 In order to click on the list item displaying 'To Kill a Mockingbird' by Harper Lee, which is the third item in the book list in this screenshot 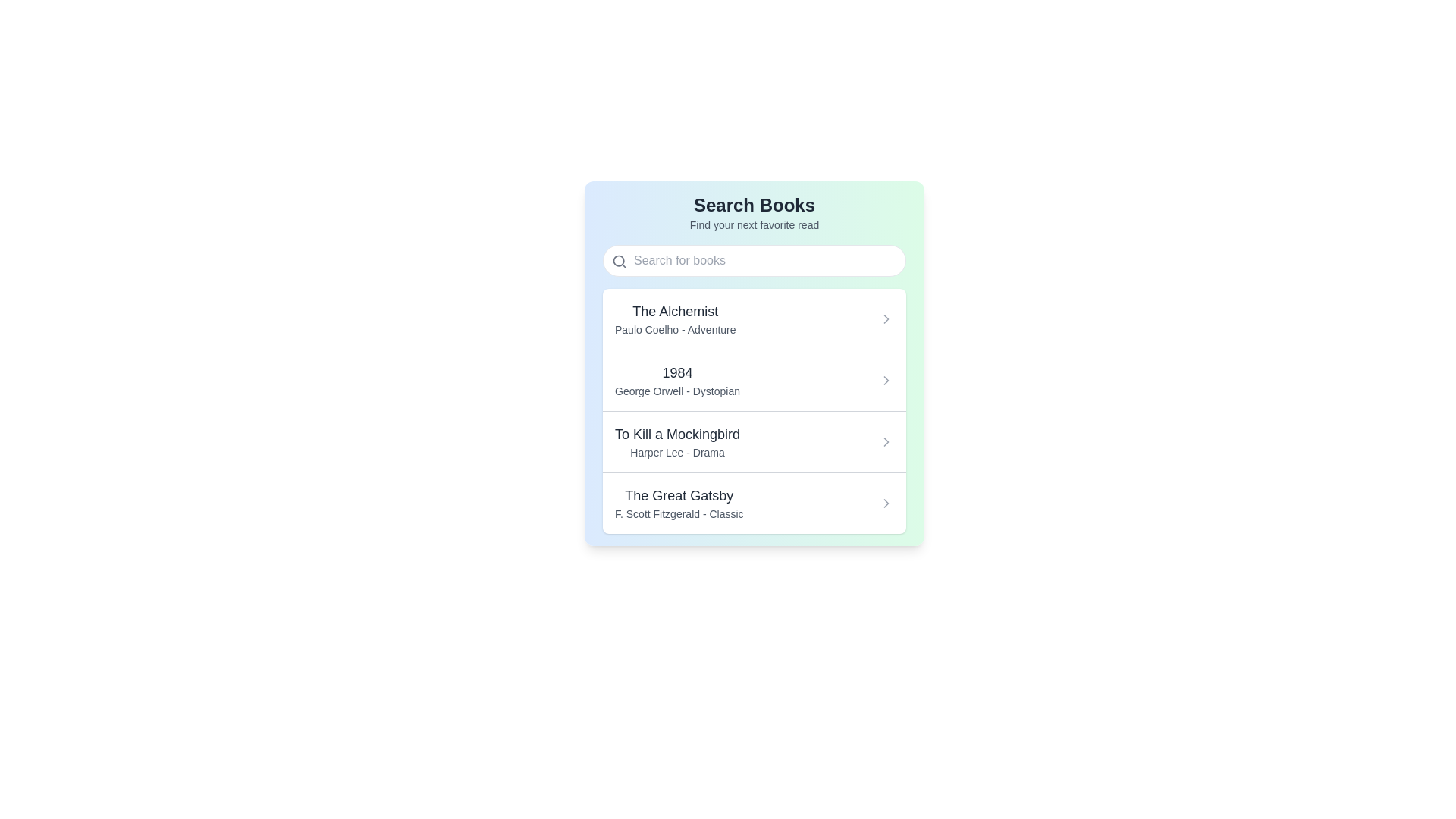, I will do `click(754, 441)`.